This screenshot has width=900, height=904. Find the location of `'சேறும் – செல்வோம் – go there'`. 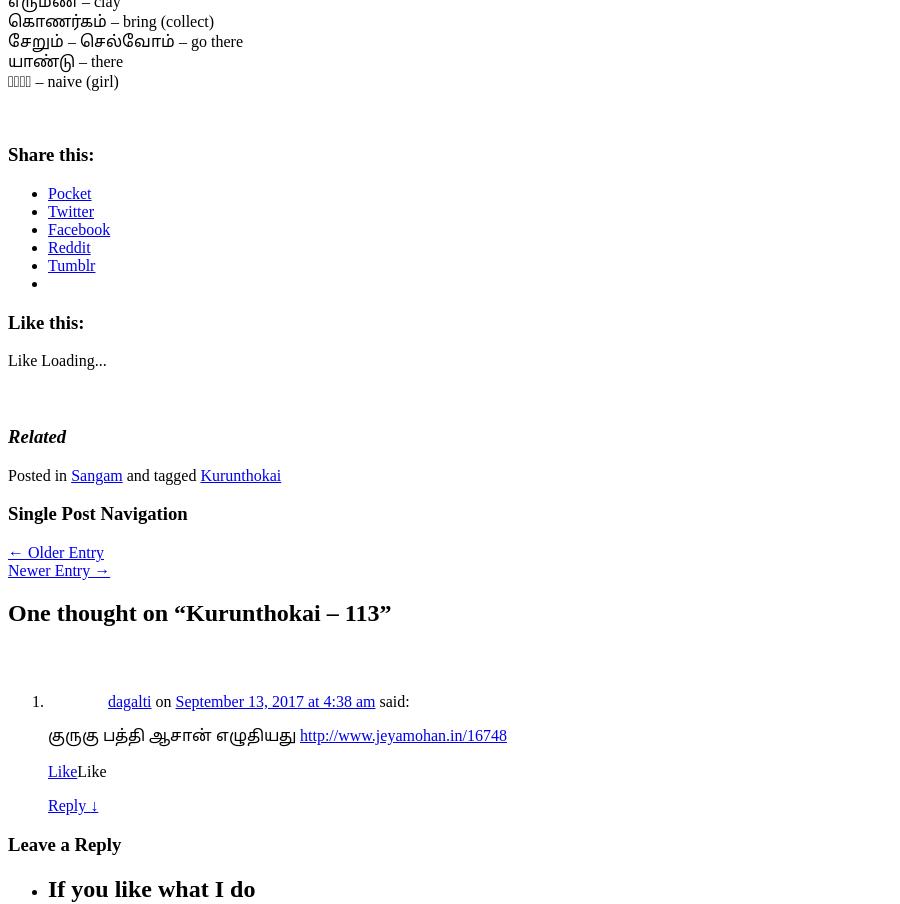

'சேறும் – செல்வோம் – go there' is located at coordinates (125, 40).